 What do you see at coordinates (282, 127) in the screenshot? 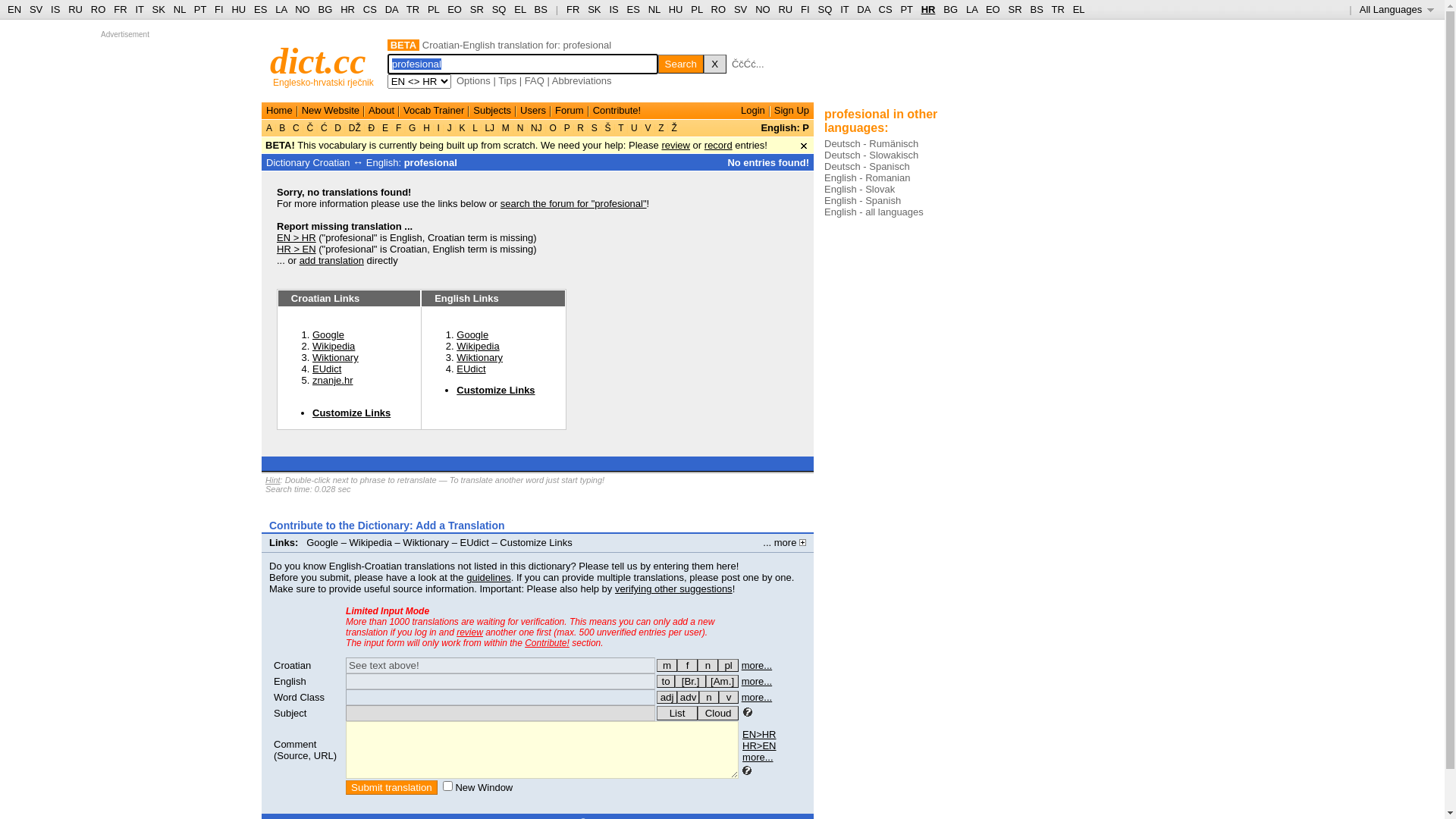
I see `'B'` at bounding box center [282, 127].